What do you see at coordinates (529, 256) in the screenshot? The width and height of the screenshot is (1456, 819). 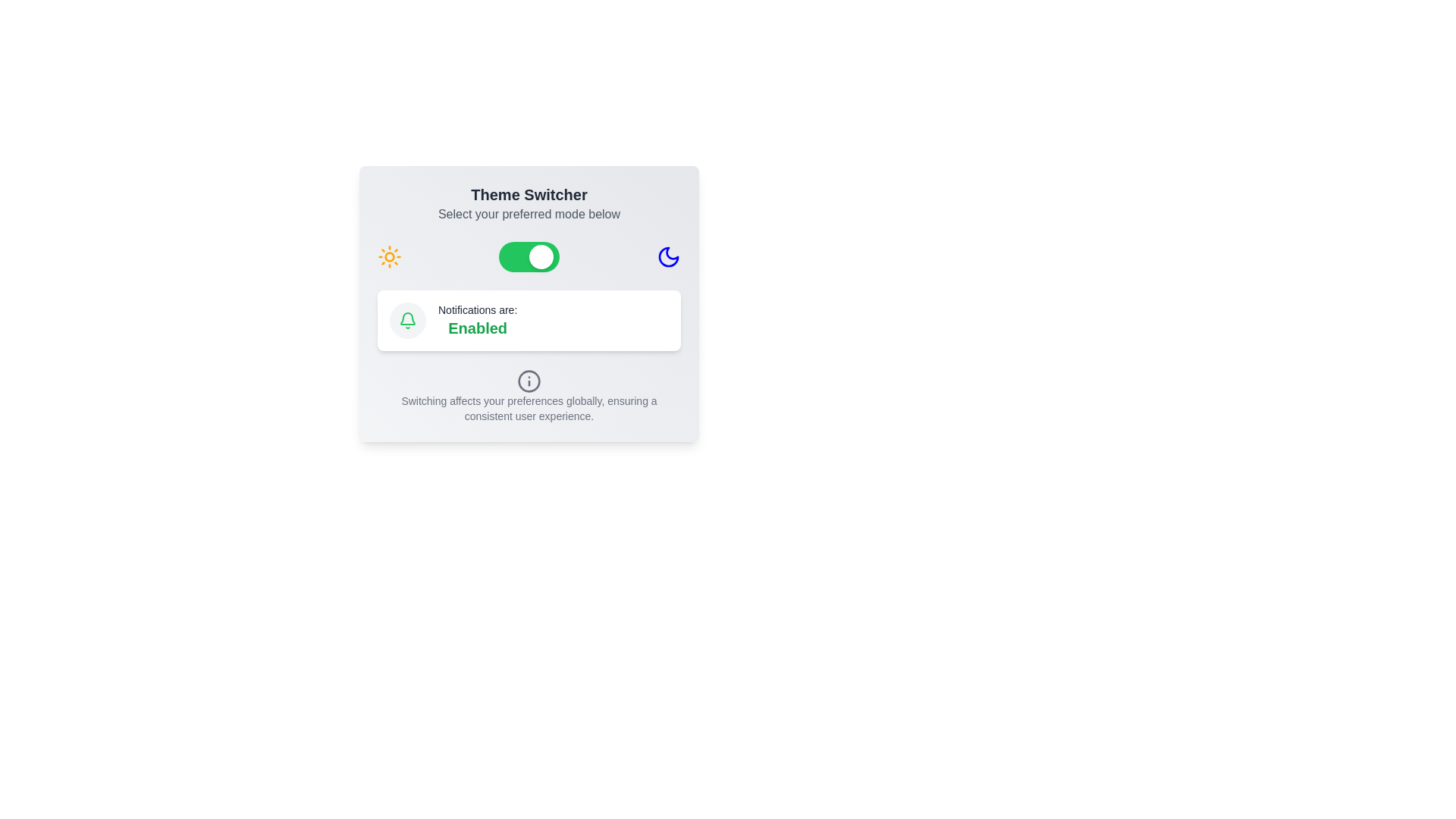 I see `the toggle switch with a rounded green background and a circular white handle located in the center of the modal, positioned between an orange sun icon and a blue moon icon in the 'Theme Switcher' section for potential visual feedback` at bounding box center [529, 256].